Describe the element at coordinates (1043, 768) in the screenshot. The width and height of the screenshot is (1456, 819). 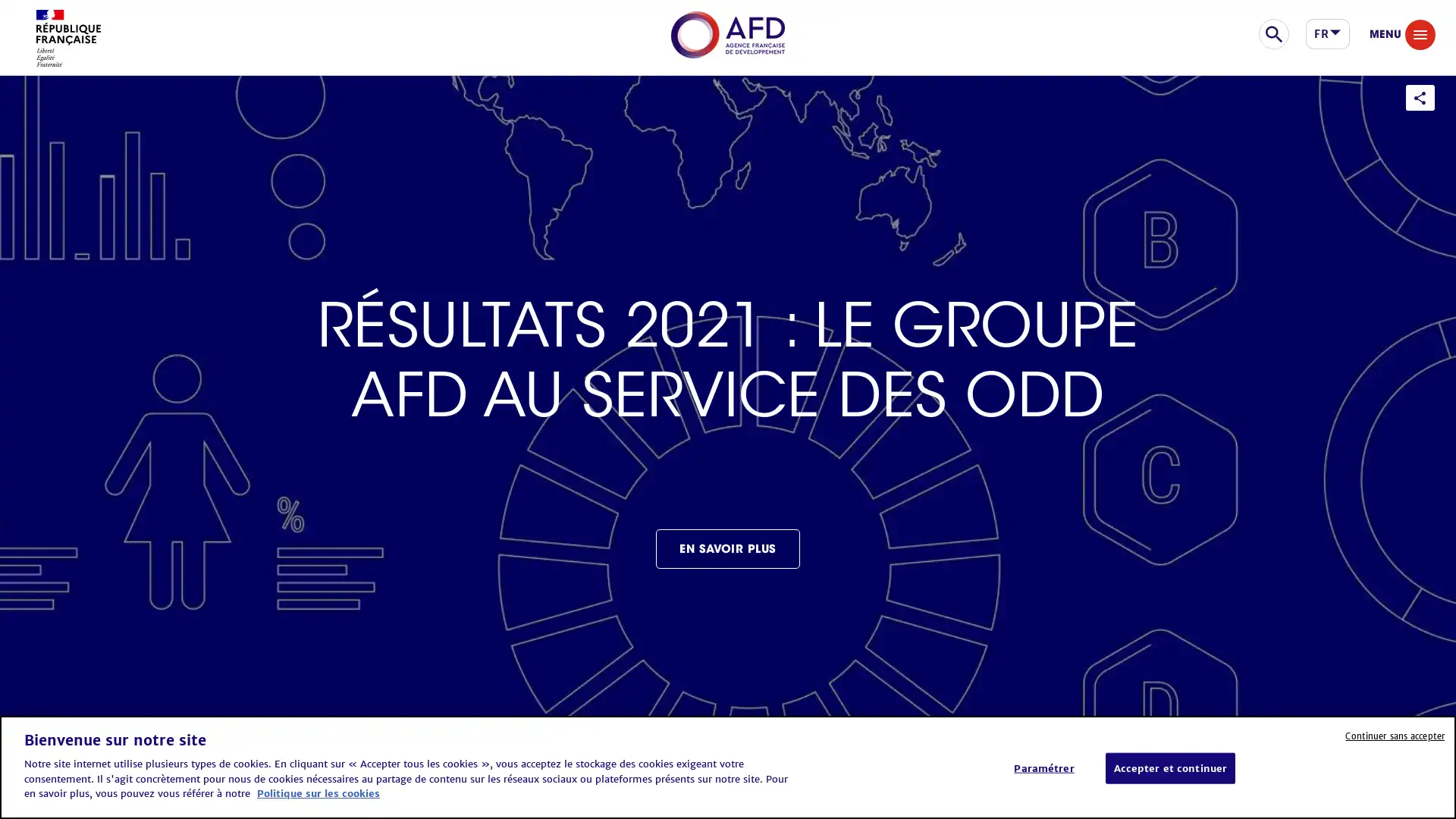
I see `Parametrer` at that location.